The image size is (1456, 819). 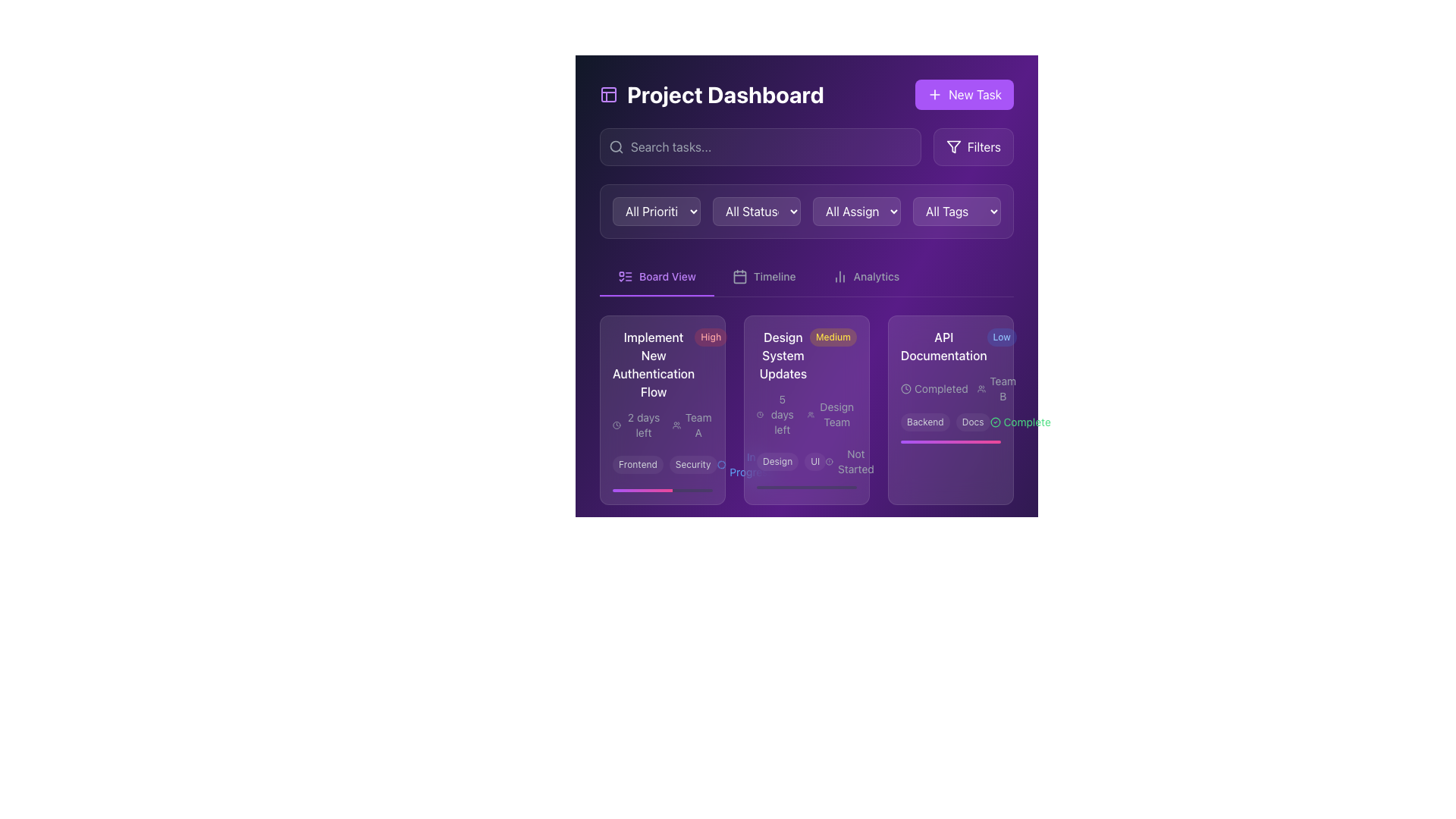 I want to click on the 'Frontend' tag located at the bottom of the card labeled 'Implement New Authentication Flow' in the 'Project Dashboard', so click(x=662, y=464).